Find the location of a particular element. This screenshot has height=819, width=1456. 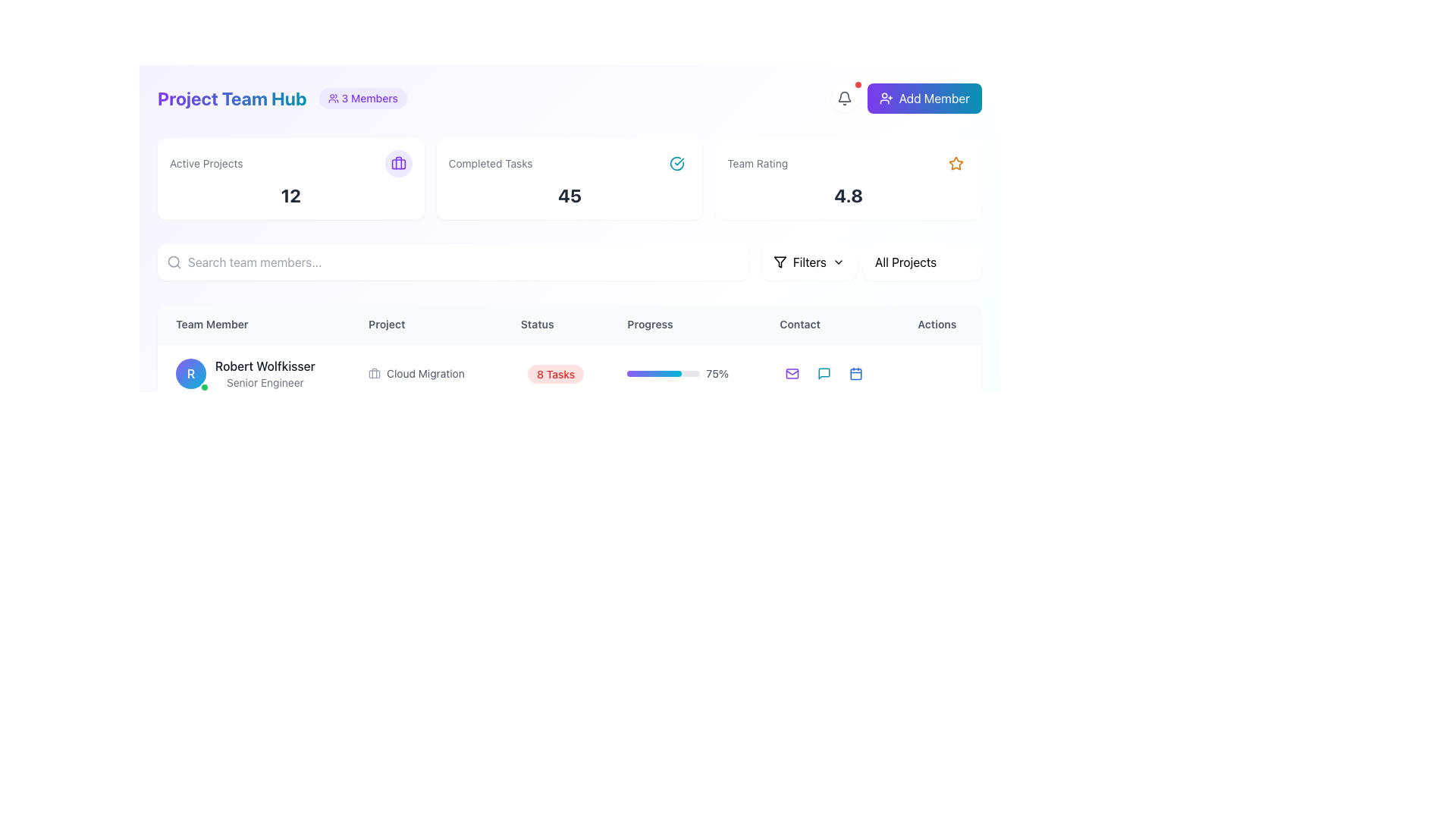

the circular cyan button with a speech bubble shape located in the middle of a group of three icons in the 'Contact' column is located at coordinates (824, 488).